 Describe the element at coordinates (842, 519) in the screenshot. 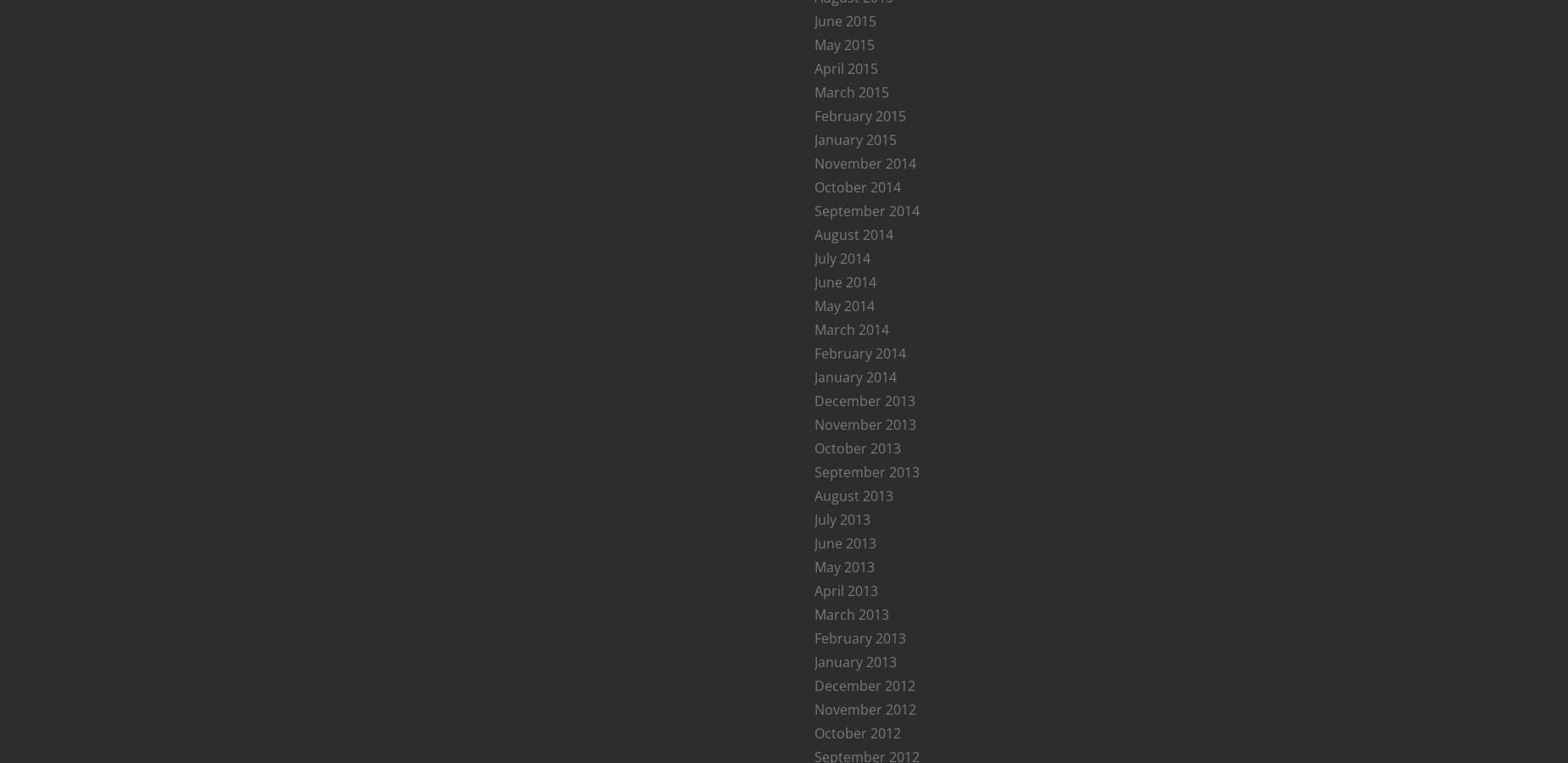

I see `'July 2013'` at that location.